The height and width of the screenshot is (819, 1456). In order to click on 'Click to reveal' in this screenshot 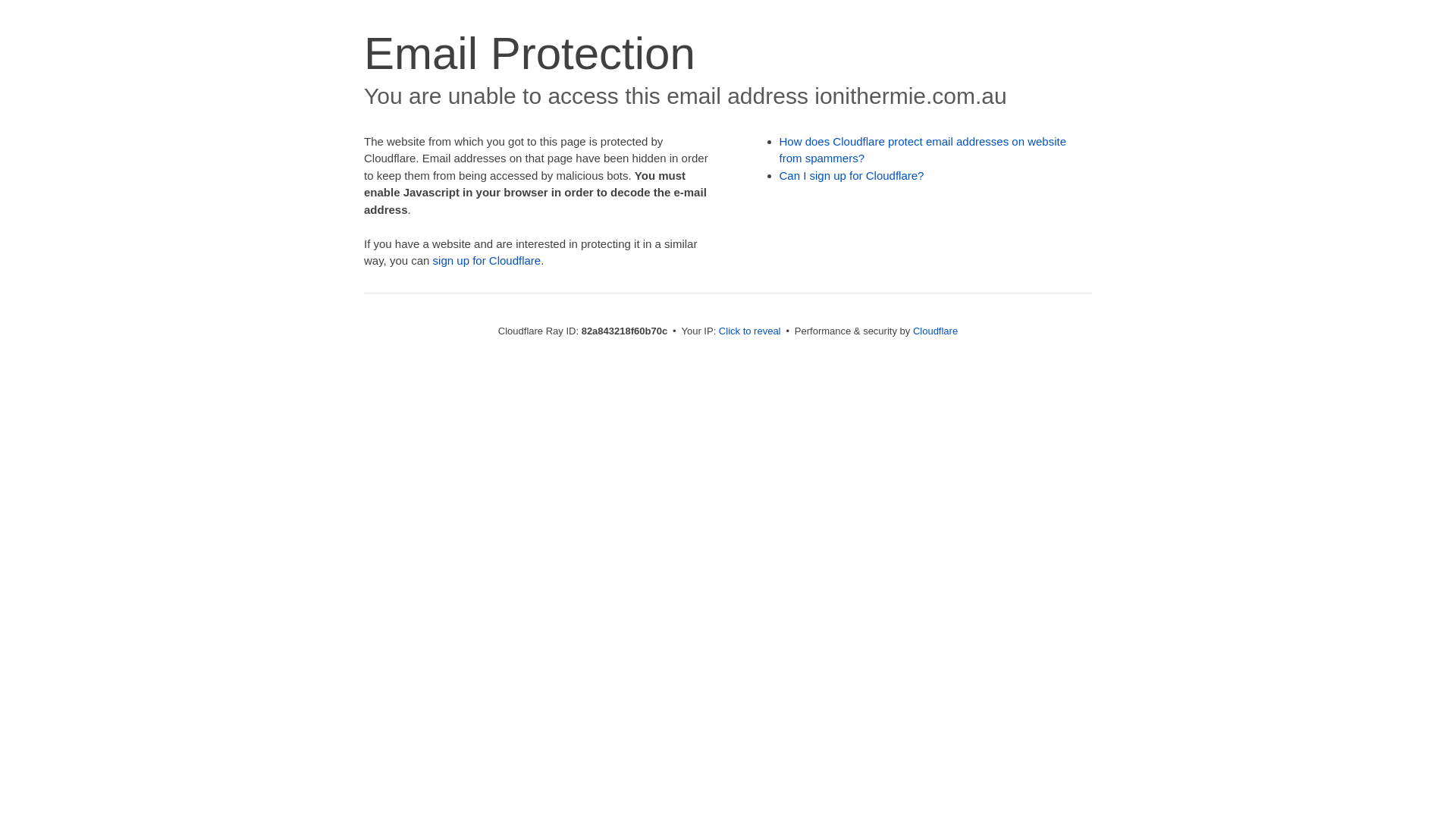, I will do `click(749, 330)`.